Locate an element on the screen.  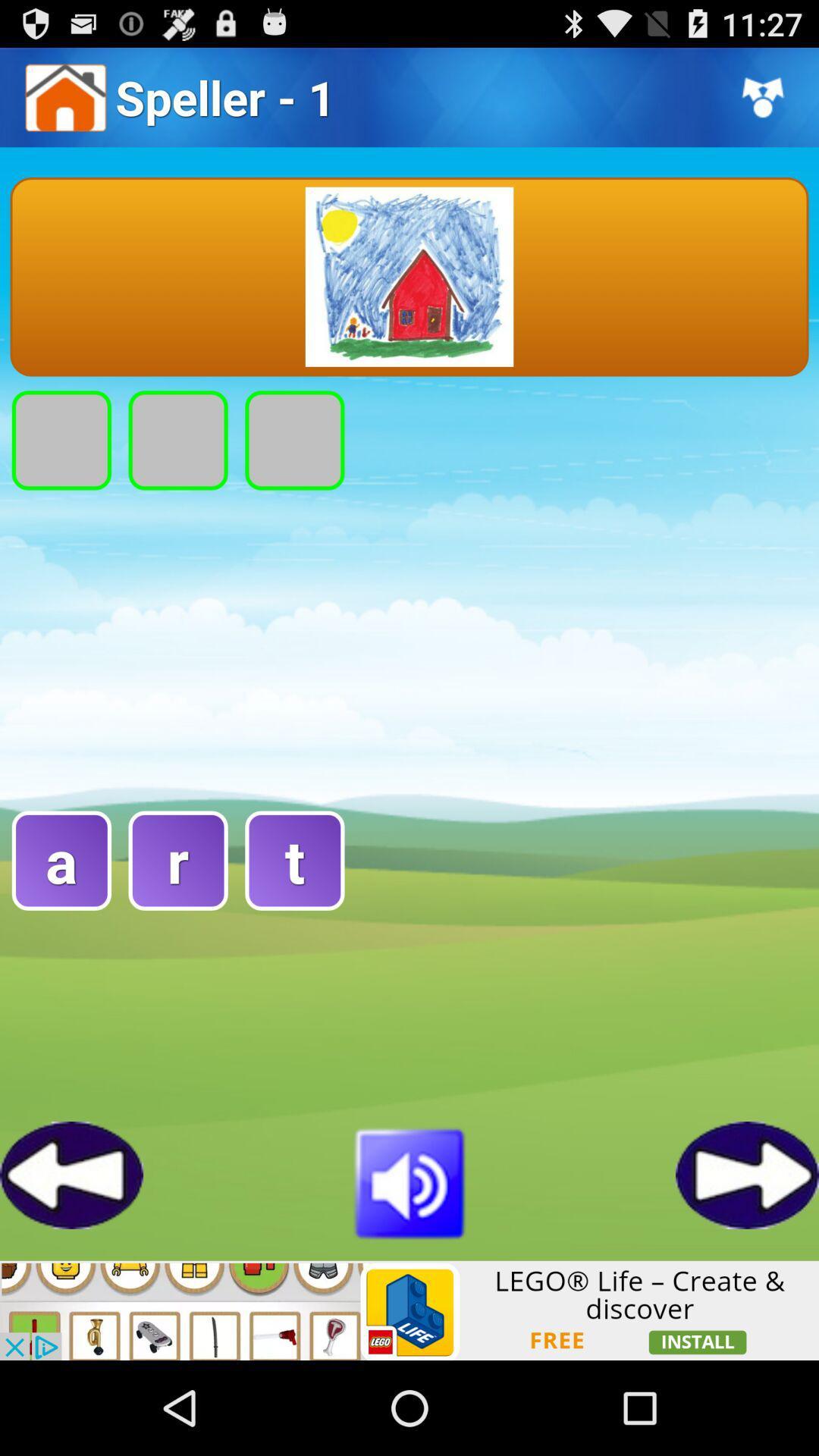
game go back button is located at coordinates (71, 1174).